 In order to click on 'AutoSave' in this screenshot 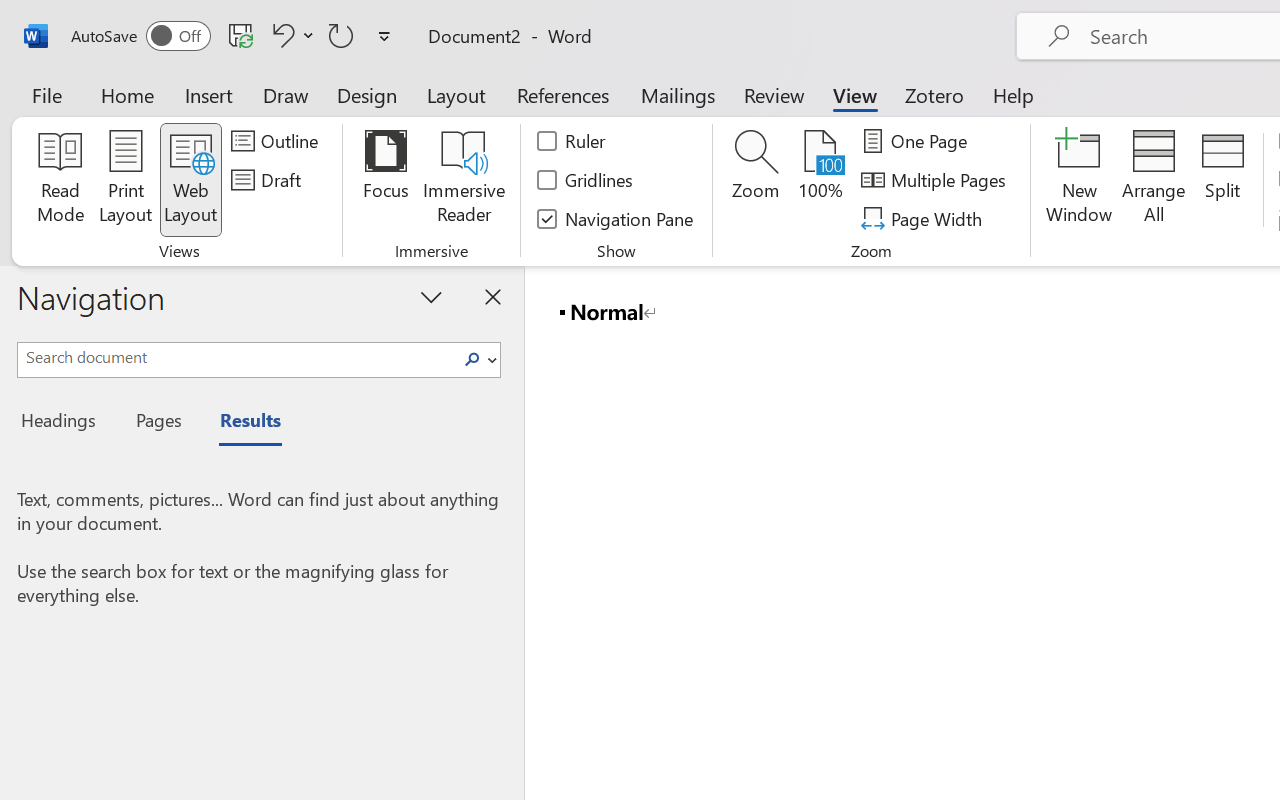, I will do `click(139, 35)`.